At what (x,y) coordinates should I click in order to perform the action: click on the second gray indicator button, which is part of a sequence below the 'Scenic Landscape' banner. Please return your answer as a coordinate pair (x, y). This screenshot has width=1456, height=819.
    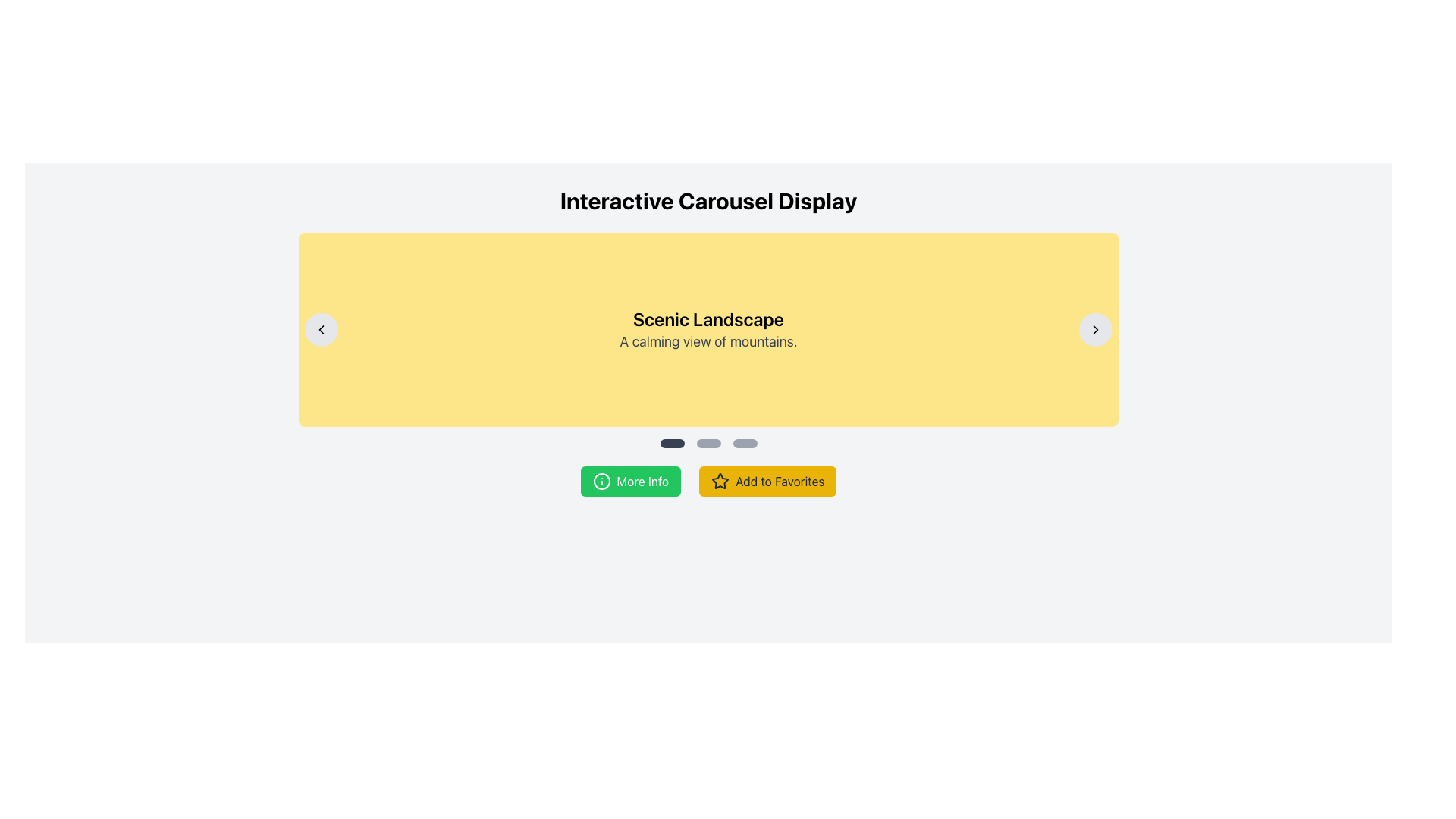
    Looking at the image, I should click on (708, 444).